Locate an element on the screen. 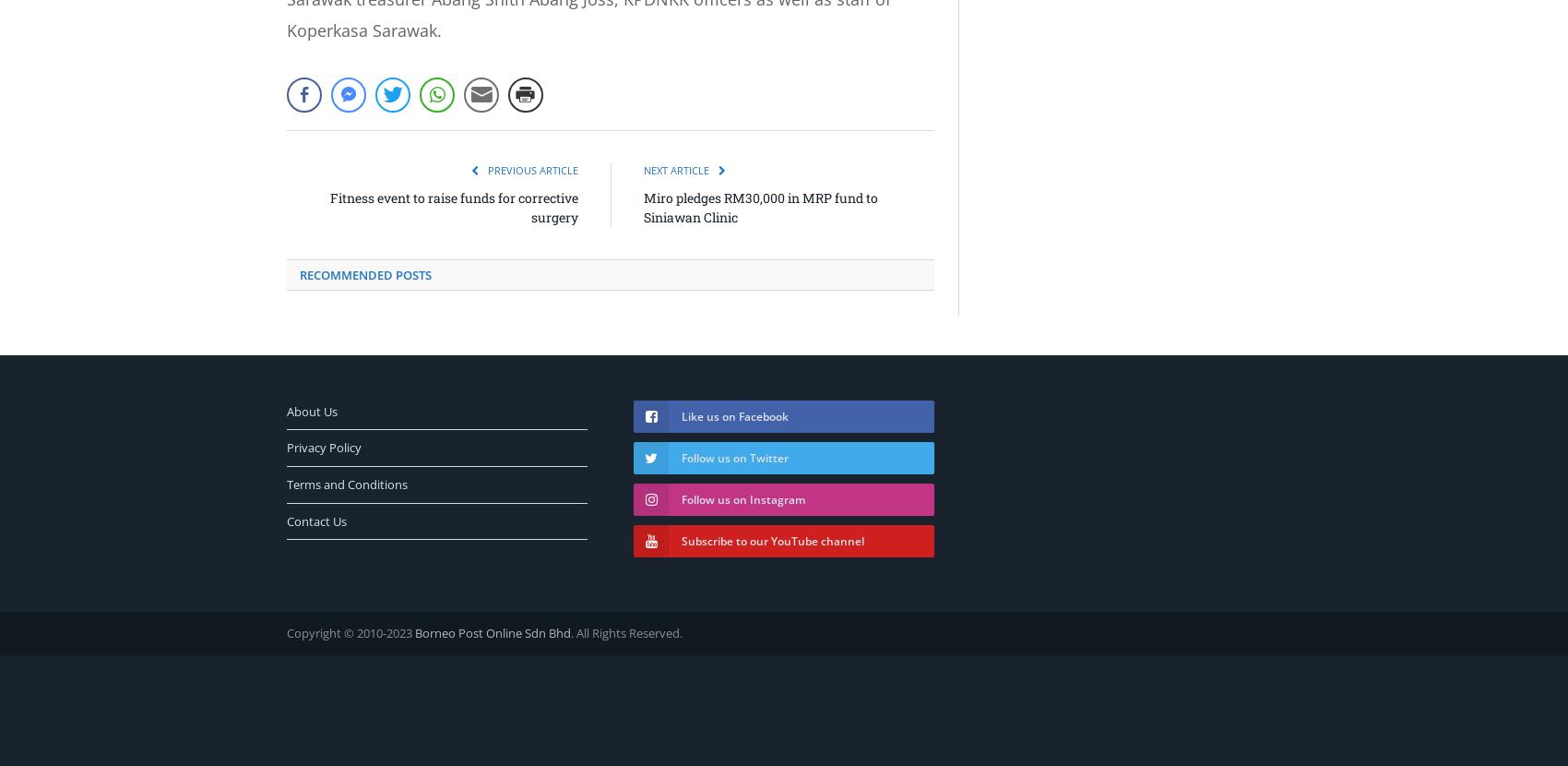 Image resolution: width=1568 pixels, height=766 pixels. 'Subscribe to our YouTube channel' is located at coordinates (681, 540).